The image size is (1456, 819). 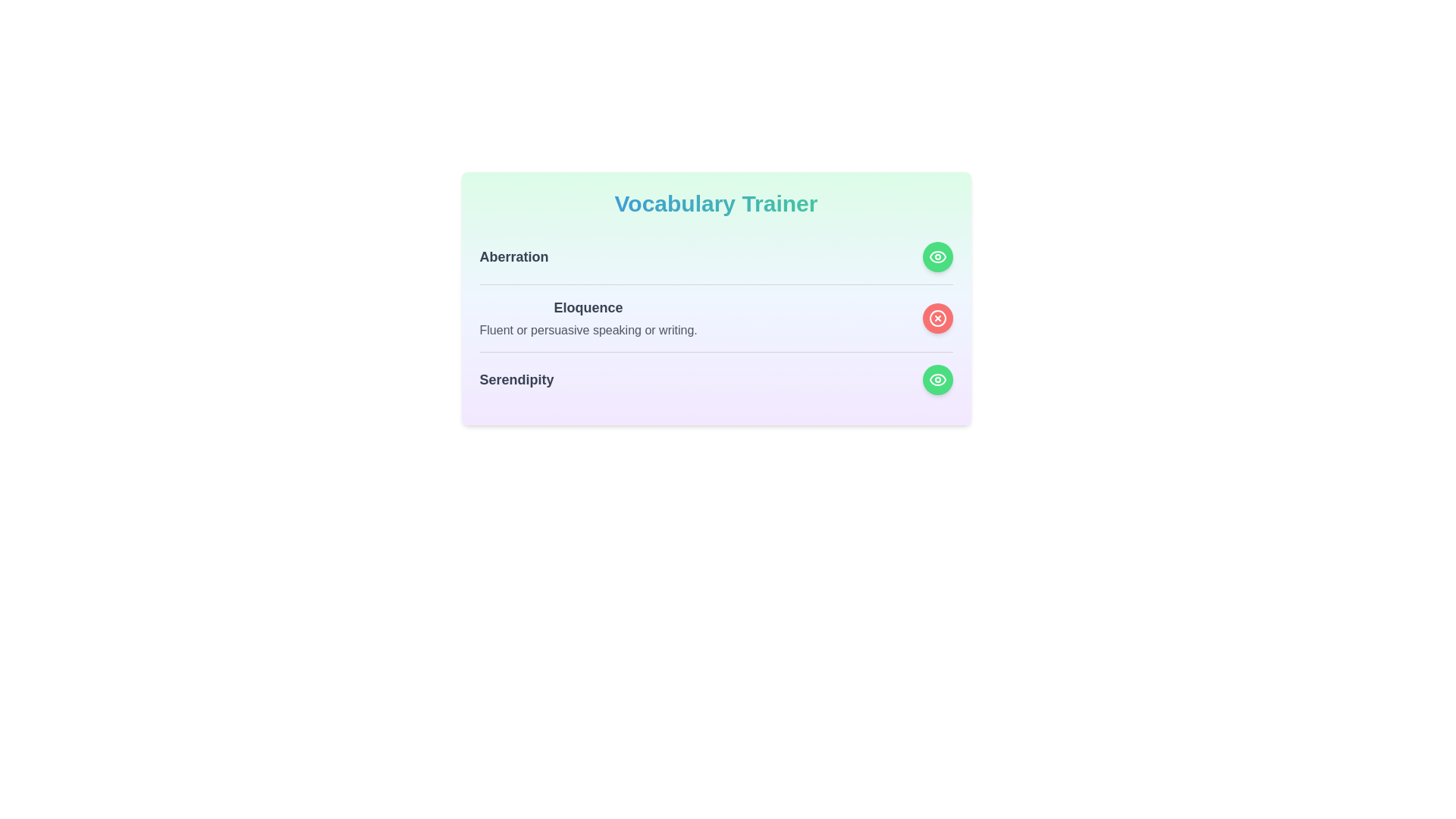 I want to click on the visibility toggle button for the word Eloquence, so click(x=937, y=318).